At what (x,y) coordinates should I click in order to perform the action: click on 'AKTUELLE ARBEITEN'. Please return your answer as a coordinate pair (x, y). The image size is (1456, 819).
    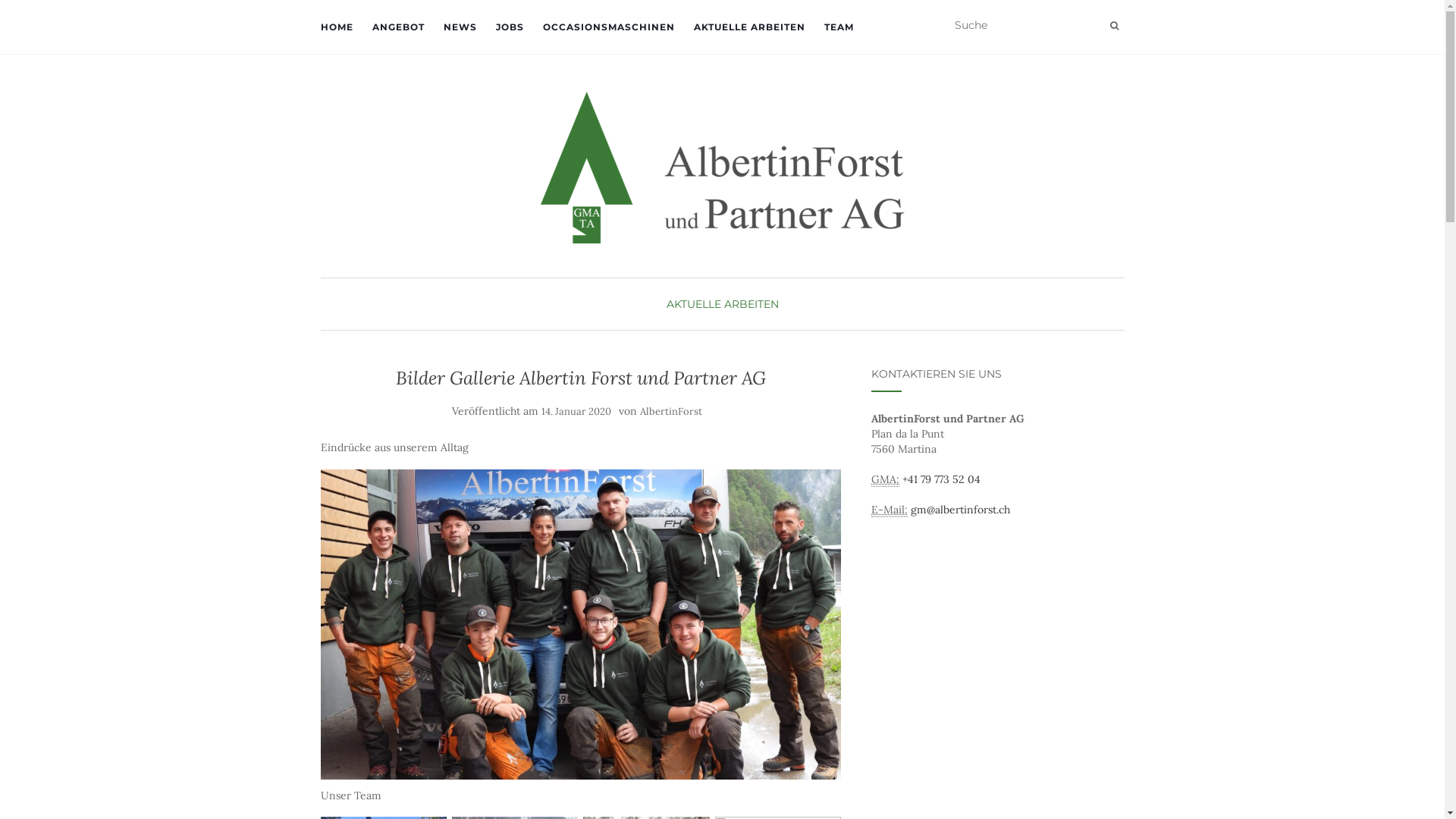
    Looking at the image, I should click on (720, 304).